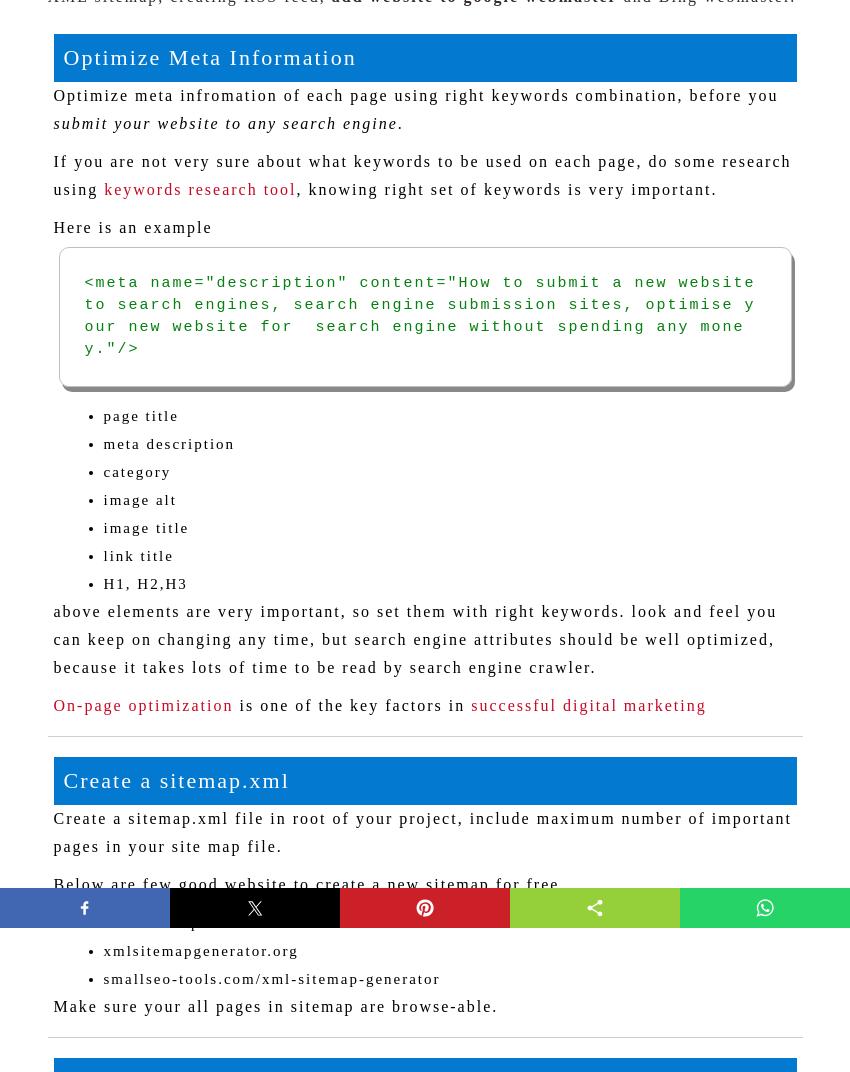 This screenshot has height=1072, width=850. What do you see at coordinates (422, 173) in the screenshot?
I see `'If you are not very sure about what keywords to be used on each page, do some research using'` at bounding box center [422, 173].